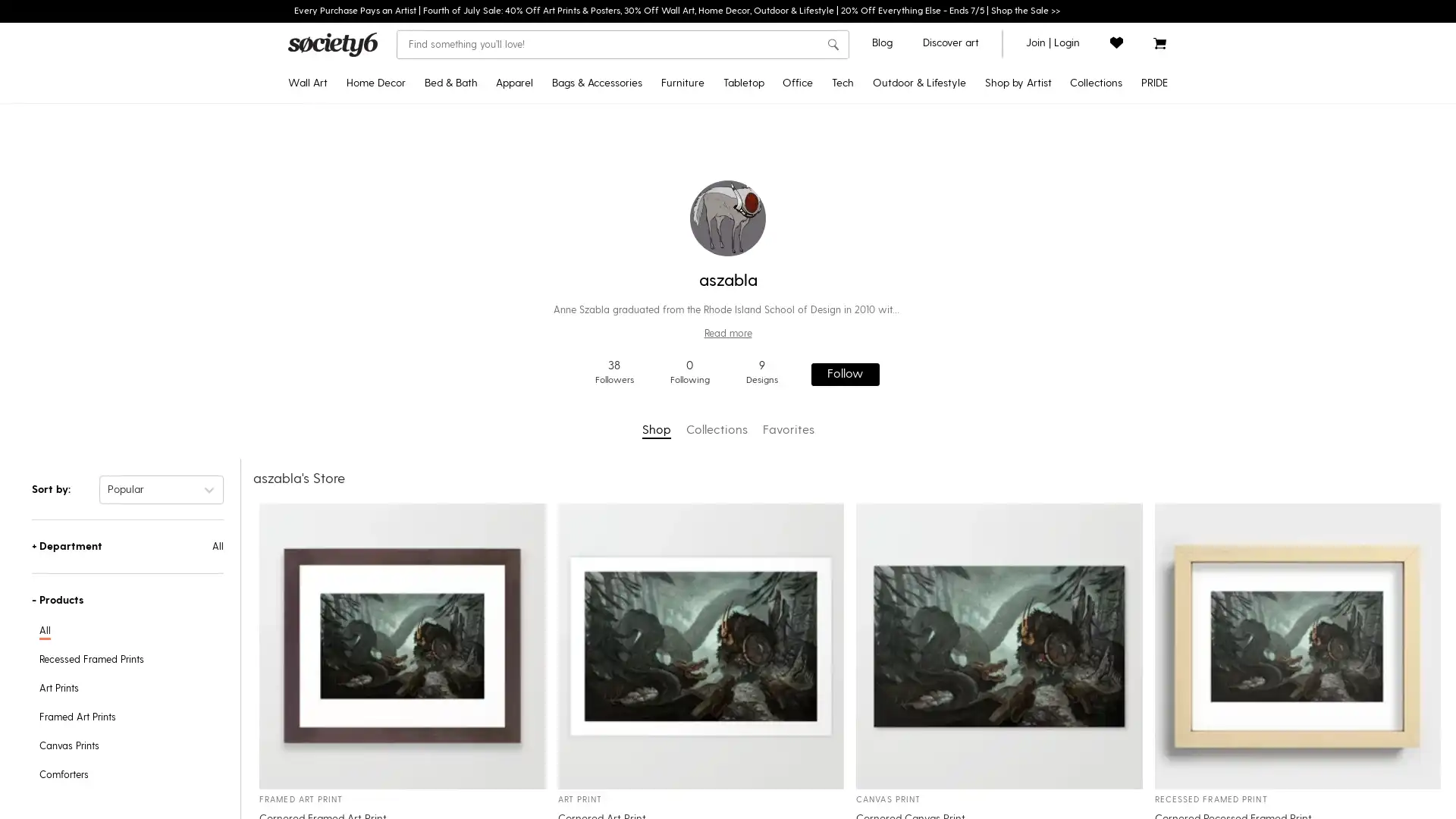 The width and height of the screenshot is (1456, 819). I want to click on Pattern Play, so click(1040, 342).